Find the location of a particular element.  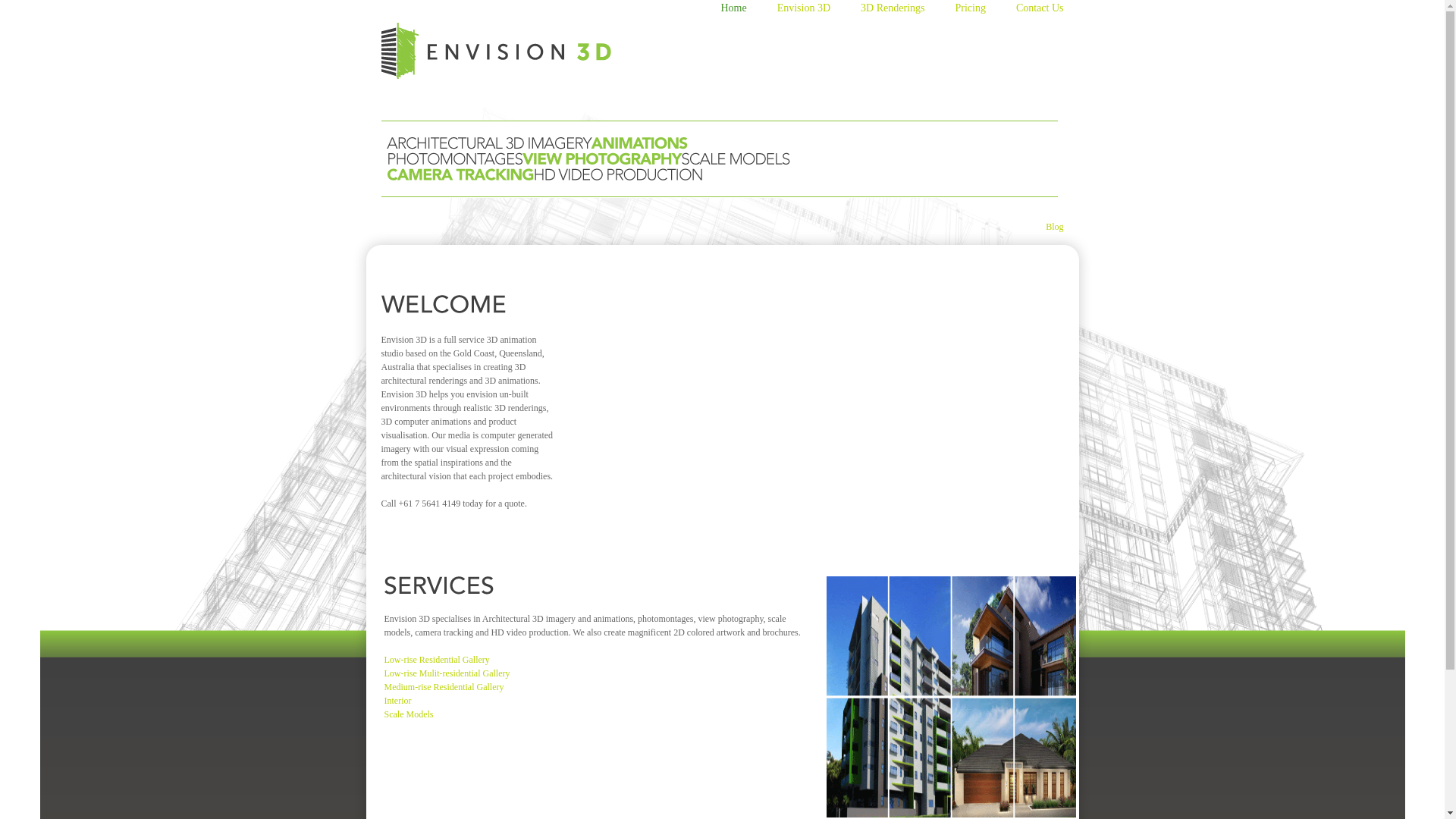

'Home' is located at coordinates (741, 10).